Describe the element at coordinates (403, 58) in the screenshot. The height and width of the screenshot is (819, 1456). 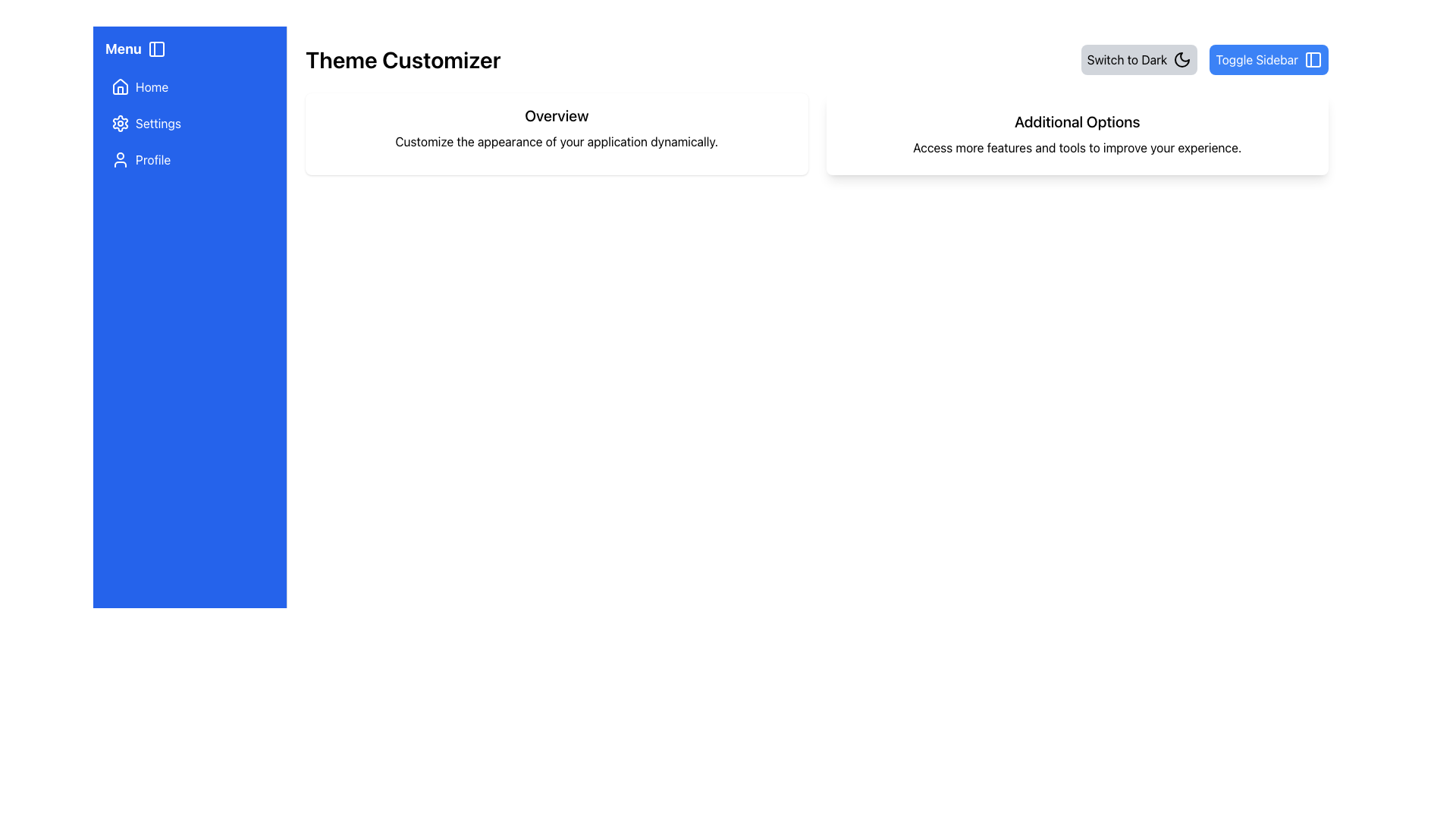
I see `the title text element located at the top-left section of the central content area, providing context for the content below` at that location.